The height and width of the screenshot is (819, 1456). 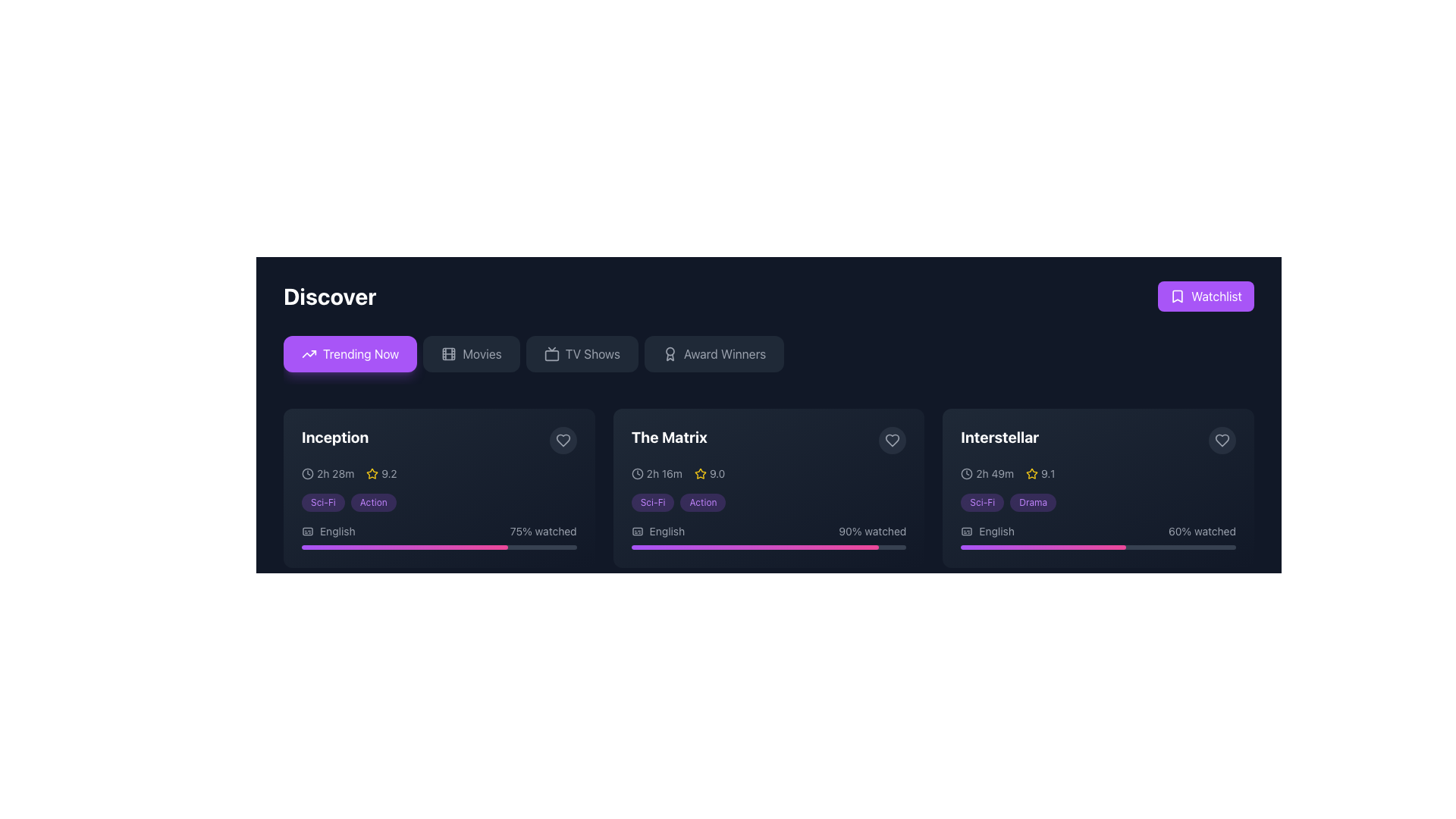 What do you see at coordinates (1031, 472) in the screenshot?
I see `the star icon that signifies the rating for the movie 'Interstellar', which is positioned left of the rating text '9.1'` at bounding box center [1031, 472].